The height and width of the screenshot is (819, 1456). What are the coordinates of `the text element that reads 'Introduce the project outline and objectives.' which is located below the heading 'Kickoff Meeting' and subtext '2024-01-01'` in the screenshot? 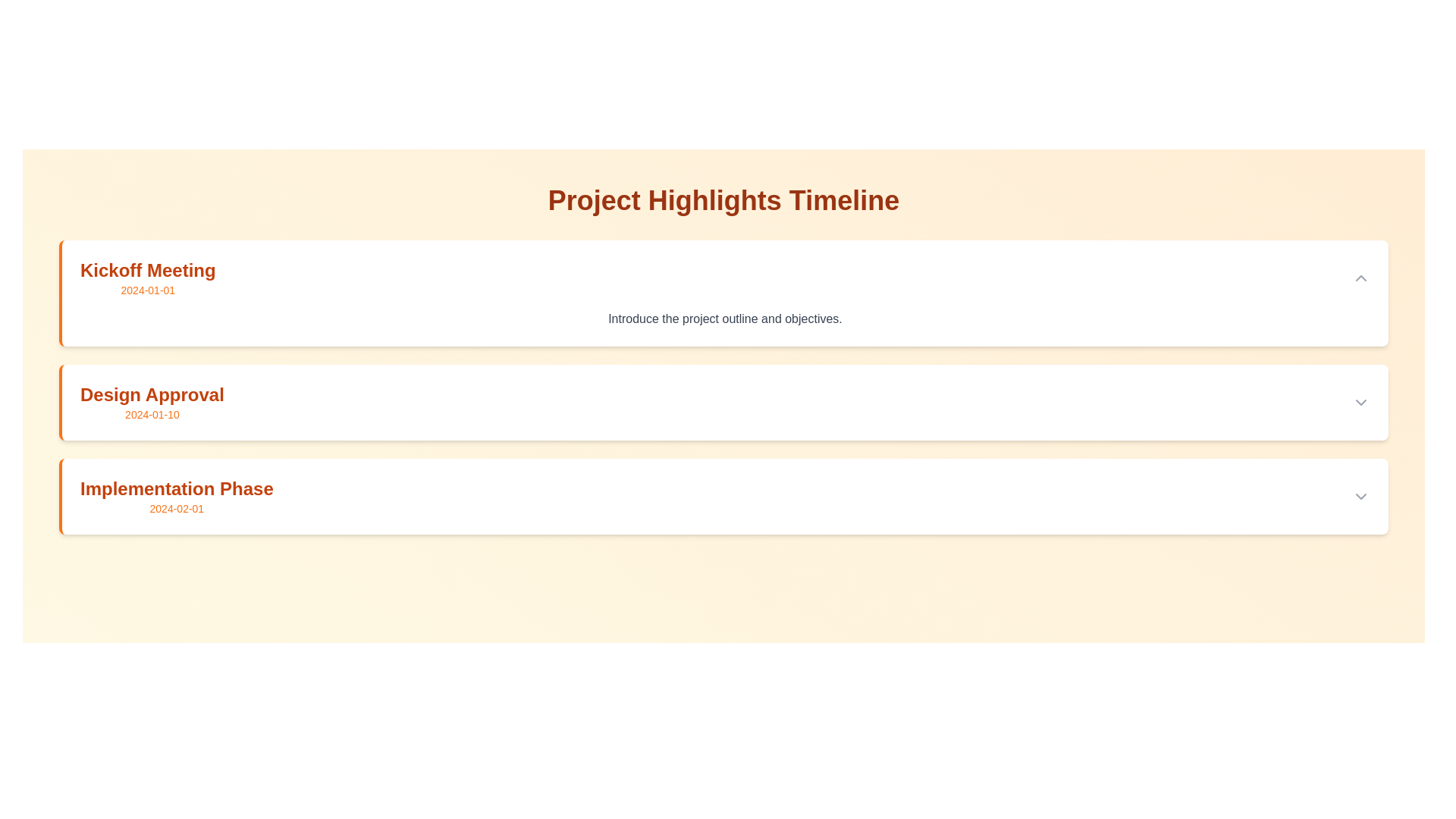 It's located at (724, 318).